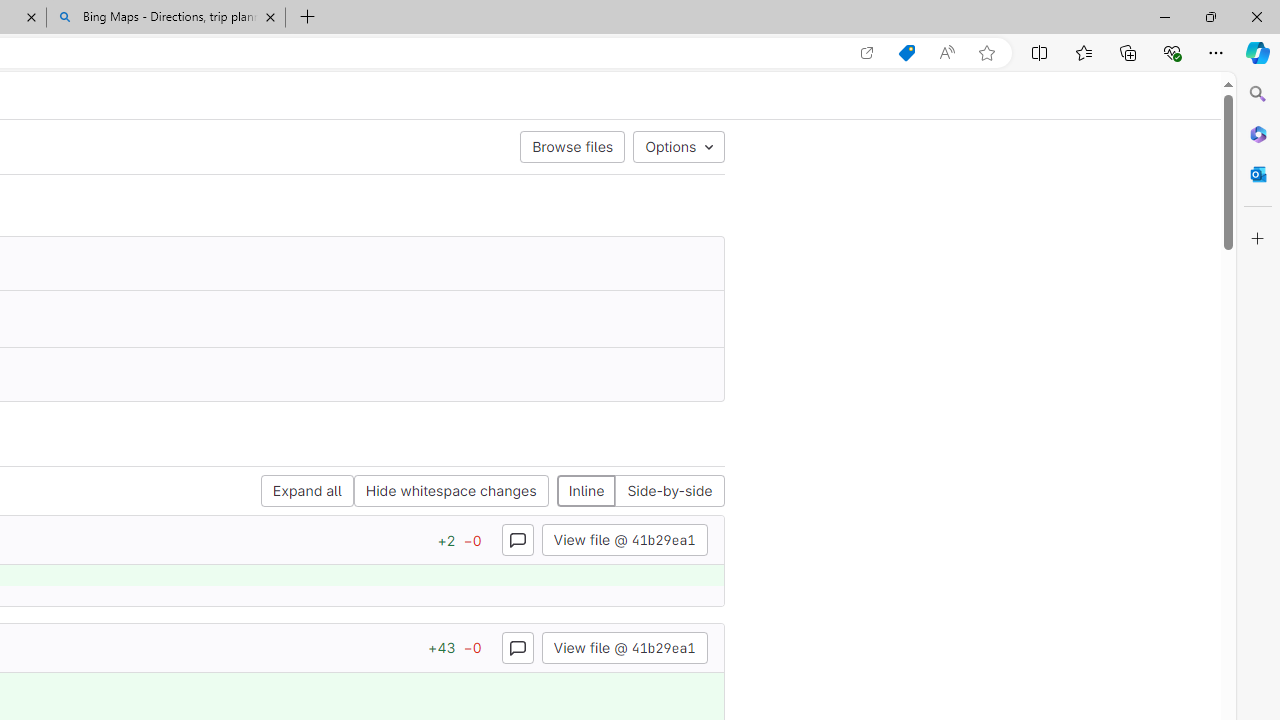 The image size is (1280, 720). Describe the element at coordinates (669, 491) in the screenshot. I see `'Side-by-side'` at that location.